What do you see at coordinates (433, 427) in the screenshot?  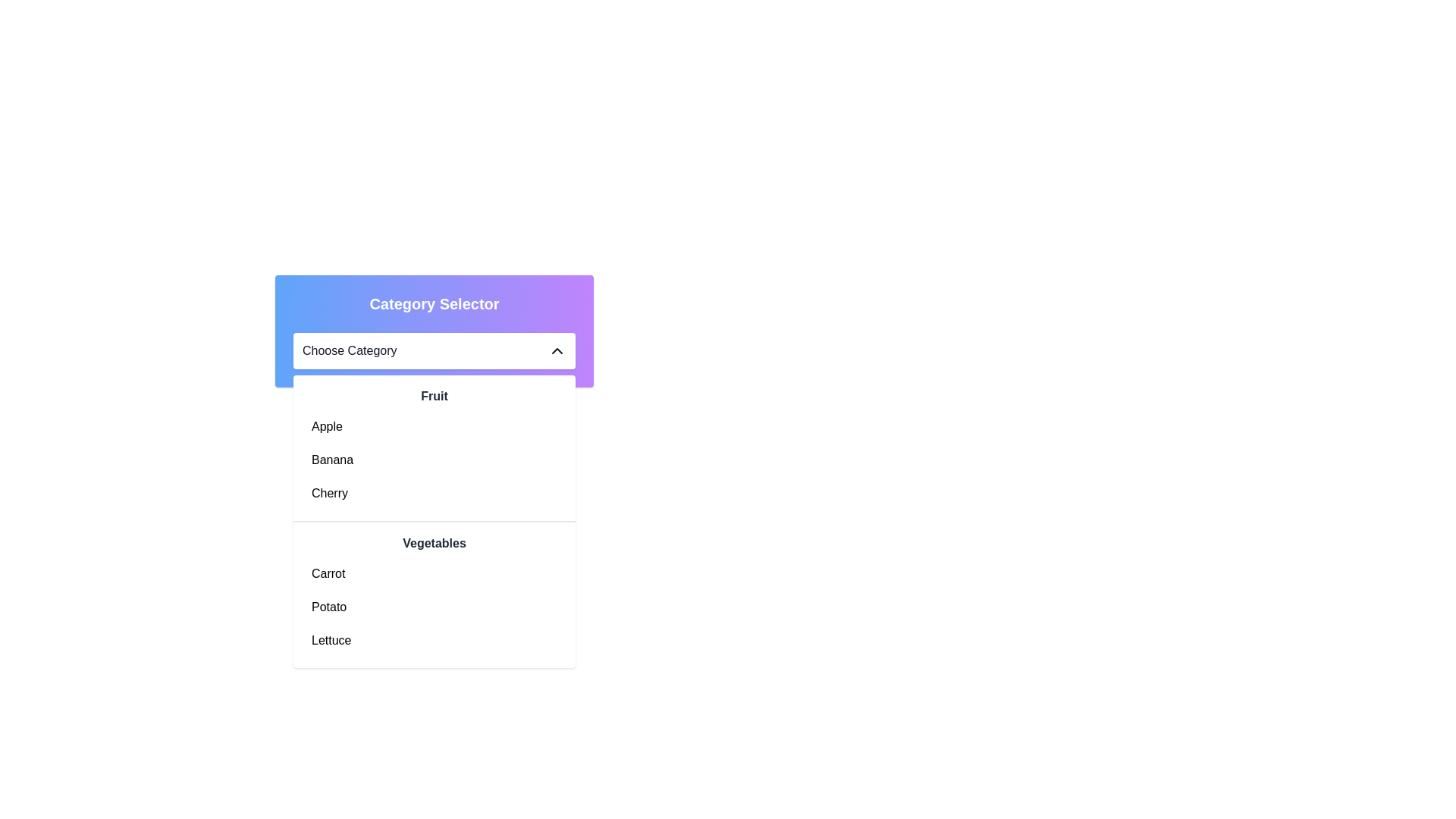 I see `the first selectable item labeled 'Apple' in the 'Fruit' dropdown menu to trigger hover effects` at bounding box center [433, 427].